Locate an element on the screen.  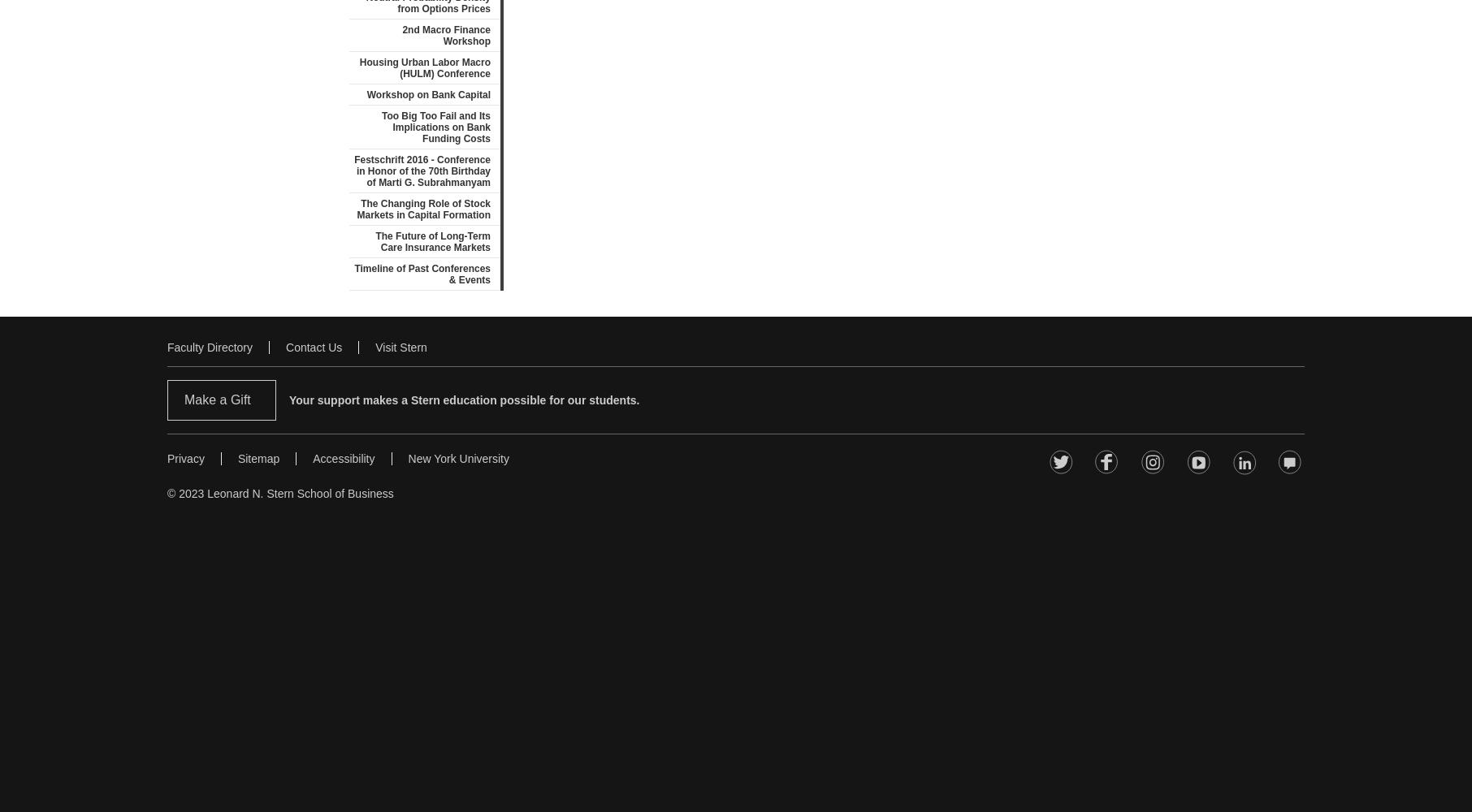
'Timeline of Past Conferences & Events' is located at coordinates (422, 274).